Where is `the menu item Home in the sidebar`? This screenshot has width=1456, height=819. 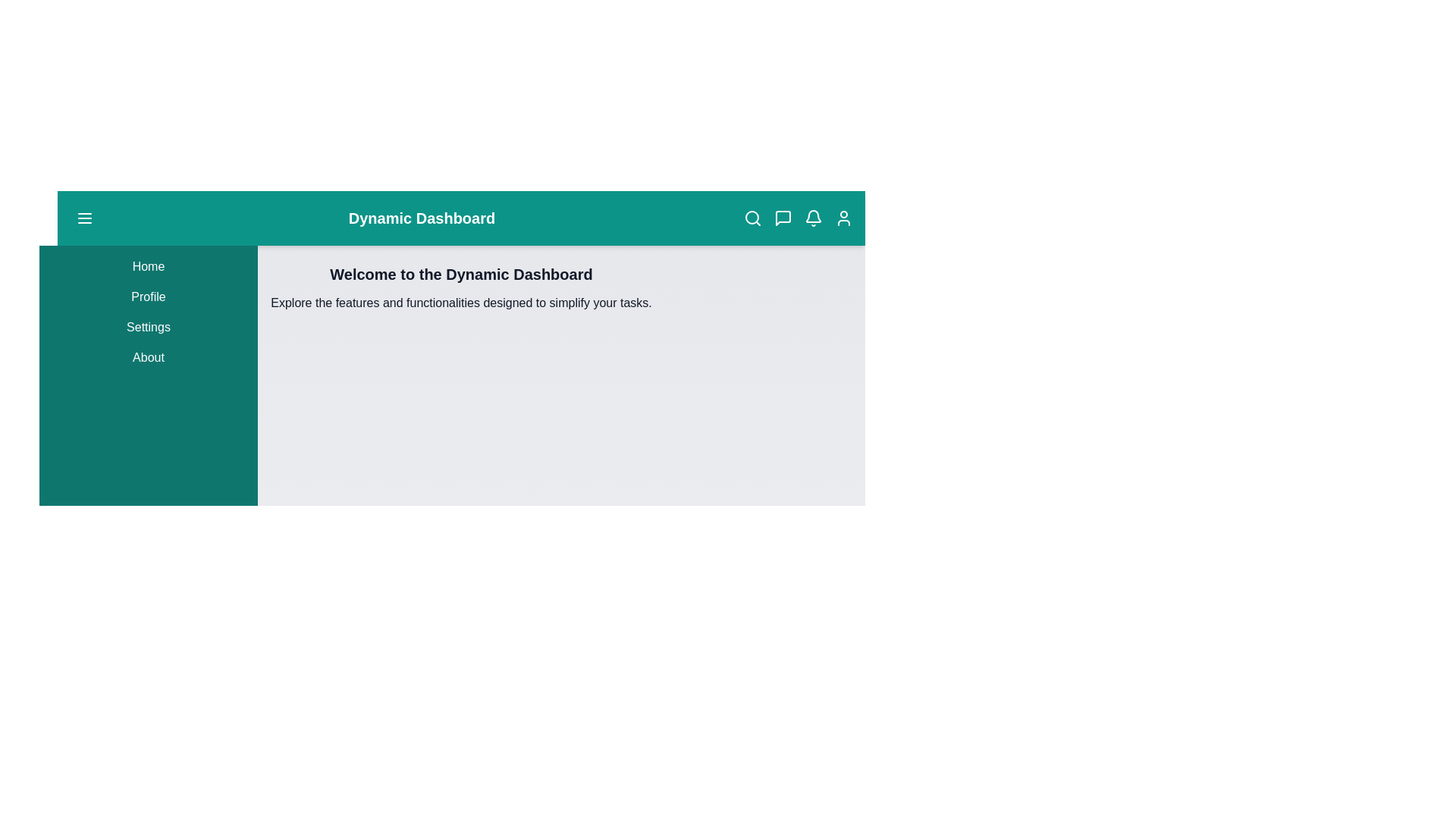
the menu item Home in the sidebar is located at coordinates (149, 265).